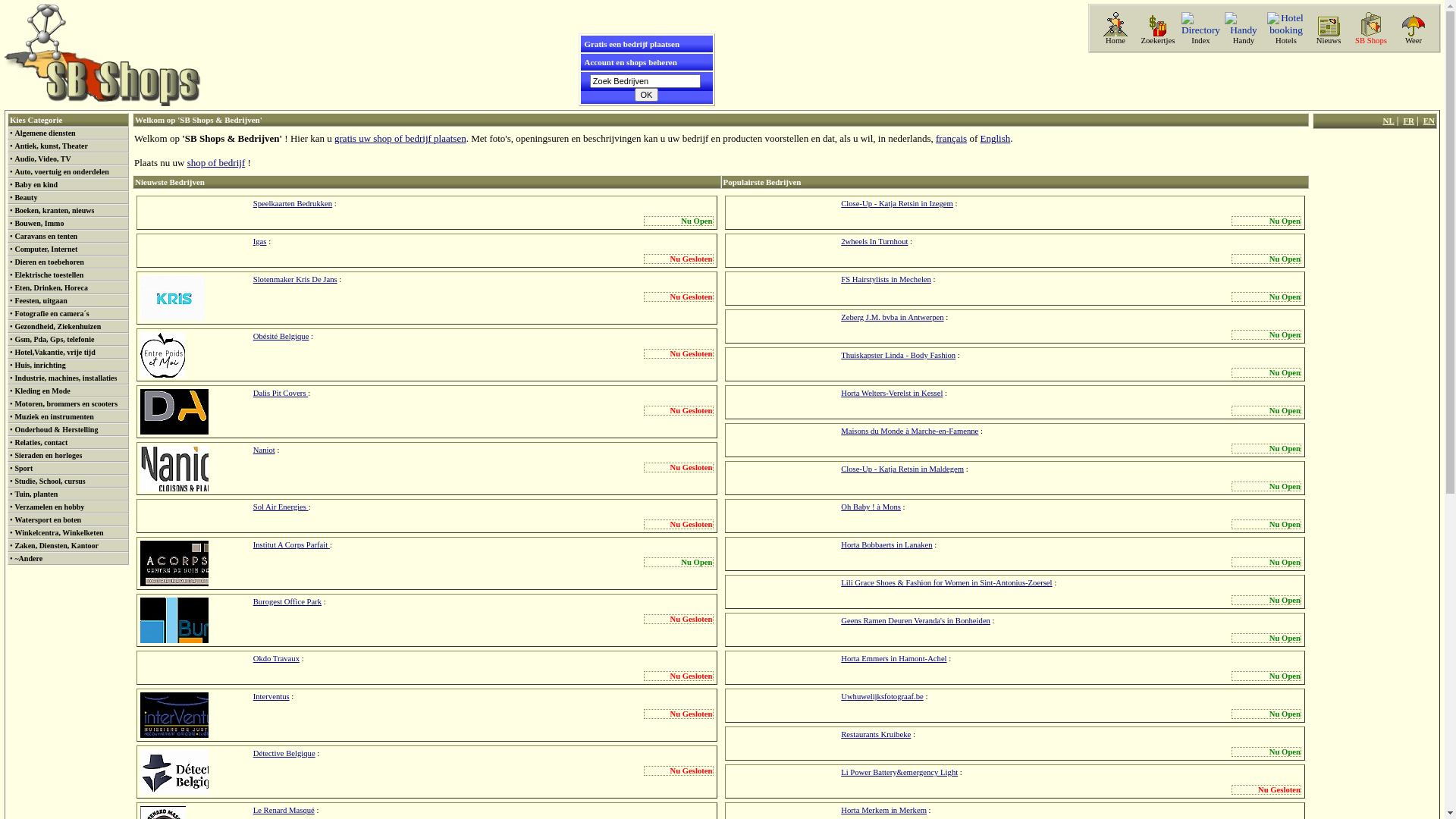 This screenshot has width=1456, height=819. What do you see at coordinates (36, 494) in the screenshot?
I see `'Tuin, planten'` at bounding box center [36, 494].